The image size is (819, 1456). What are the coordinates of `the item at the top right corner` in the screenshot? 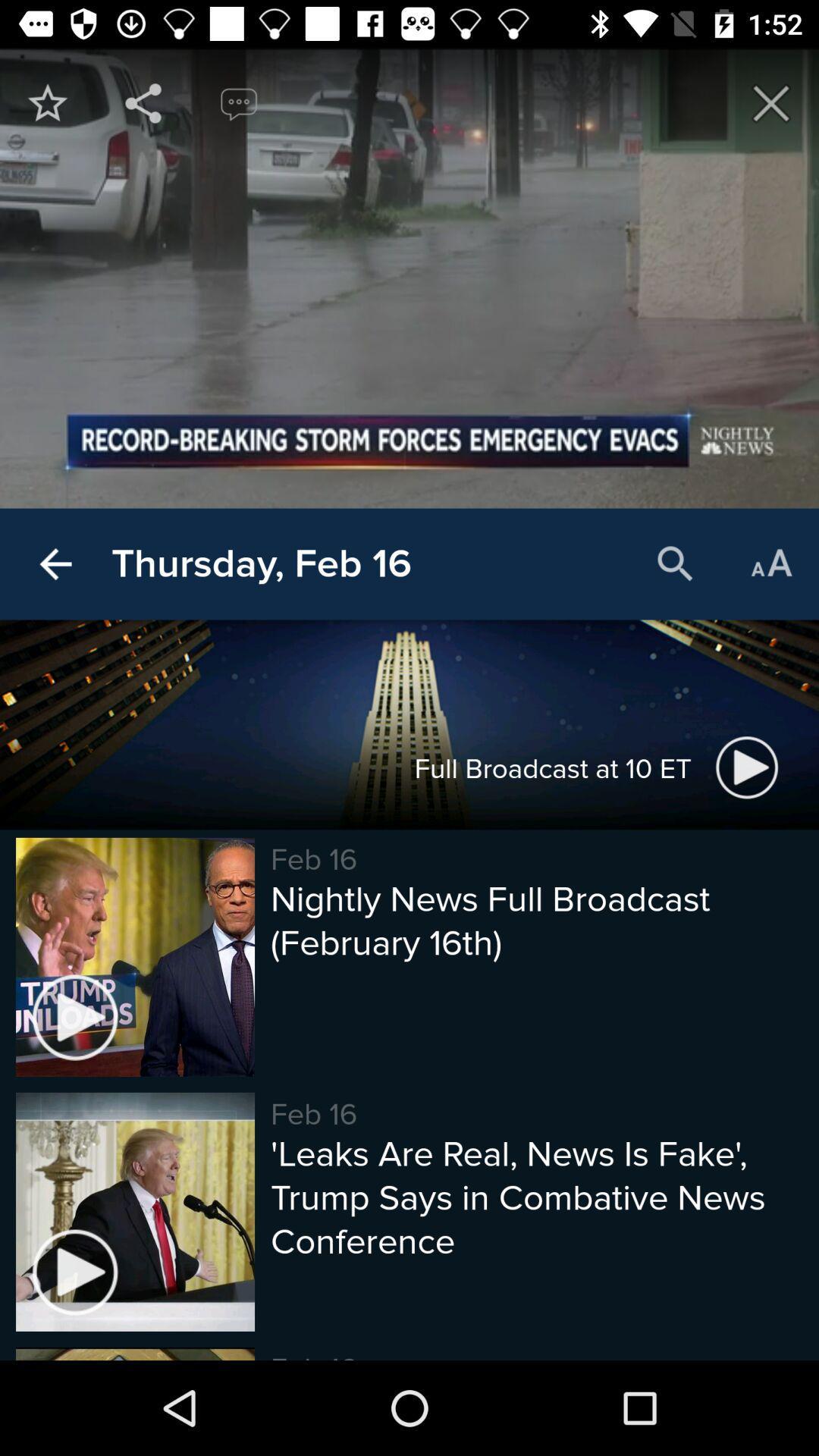 It's located at (771, 102).